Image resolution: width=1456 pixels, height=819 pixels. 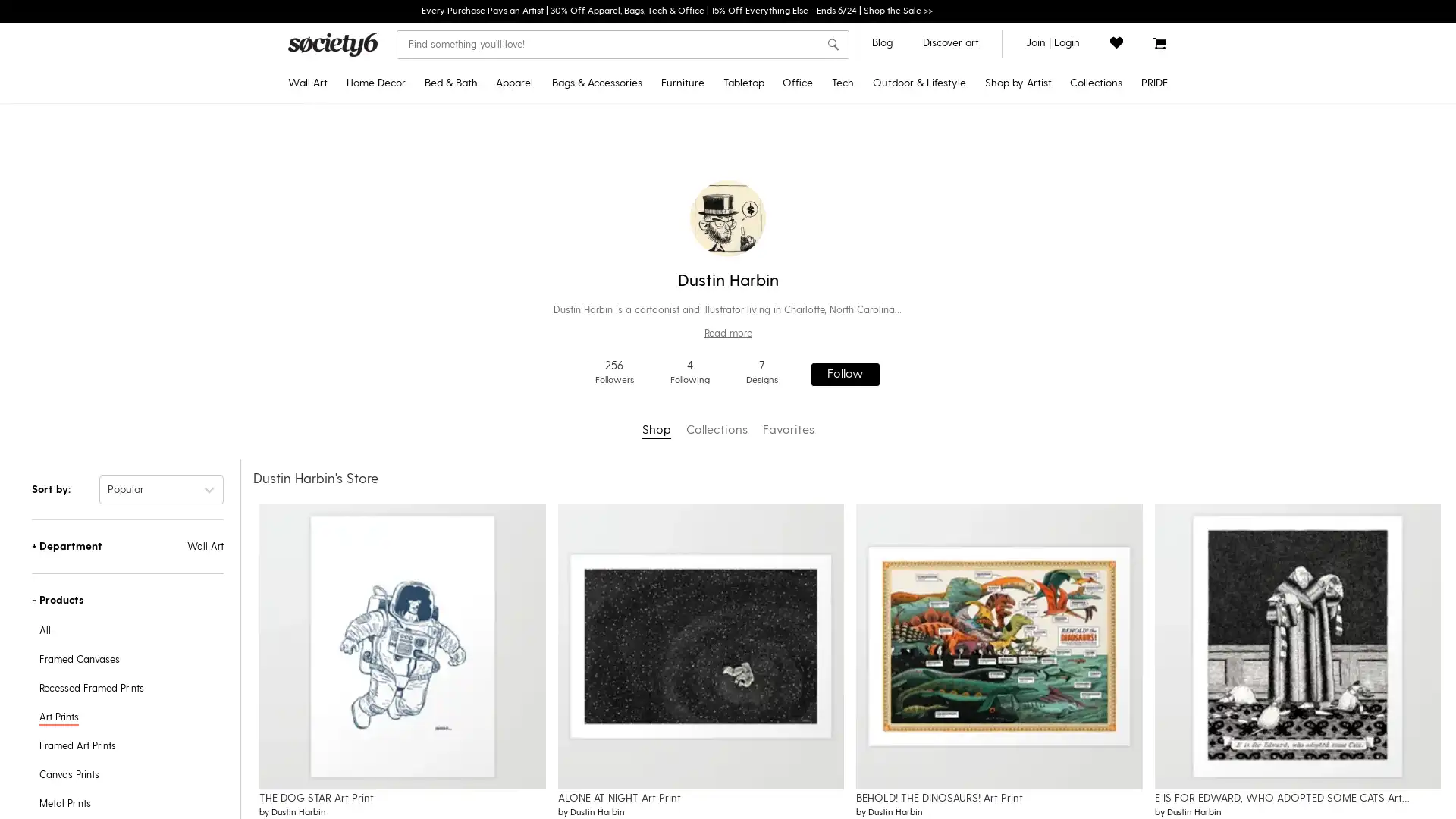 What do you see at coordinates (127, 546) in the screenshot?
I see `+Department Wall Art` at bounding box center [127, 546].